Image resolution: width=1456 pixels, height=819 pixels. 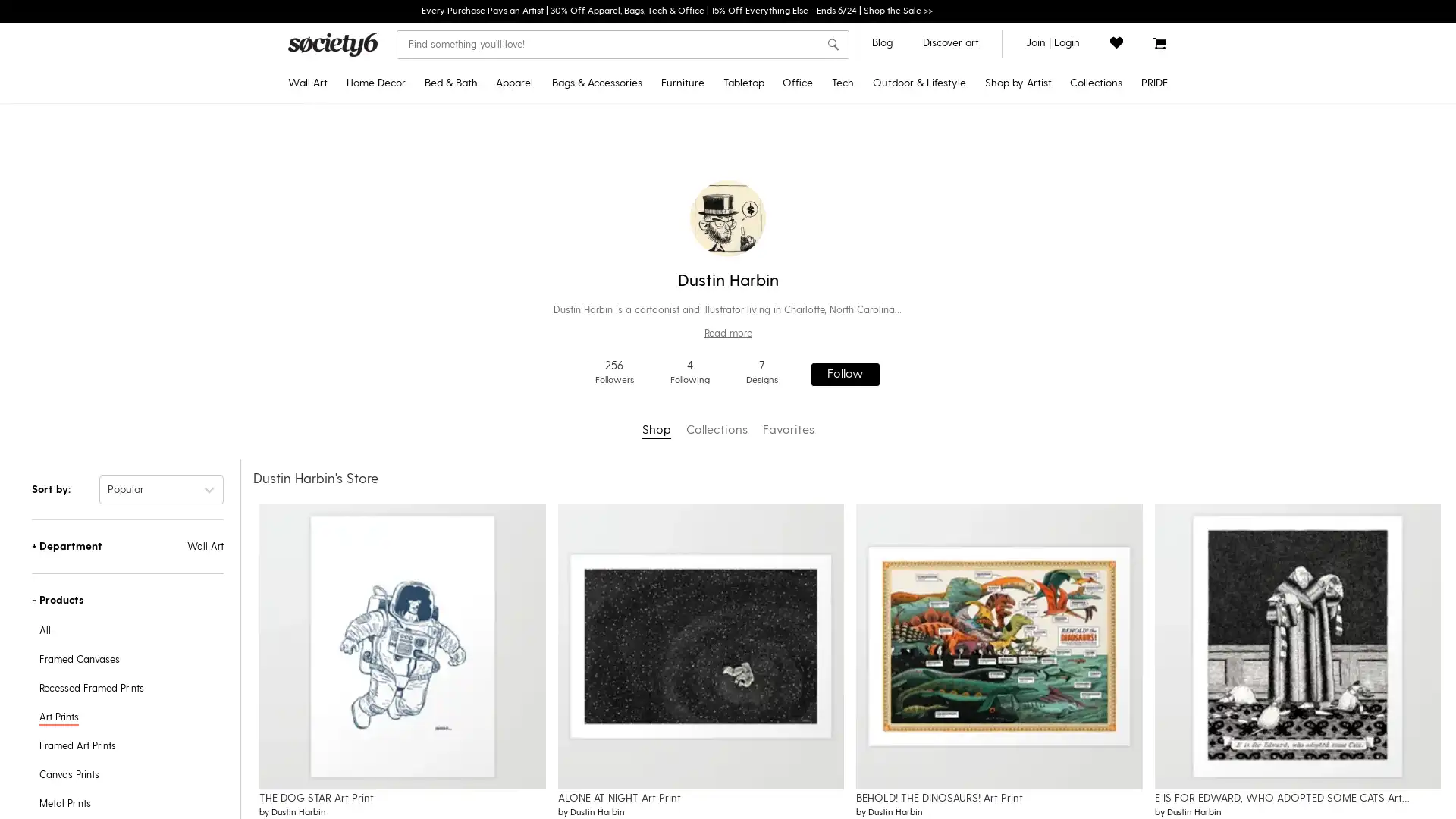 What do you see at coordinates (127, 546) in the screenshot?
I see `+Department Wall Art` at bounding box center [127, 546].